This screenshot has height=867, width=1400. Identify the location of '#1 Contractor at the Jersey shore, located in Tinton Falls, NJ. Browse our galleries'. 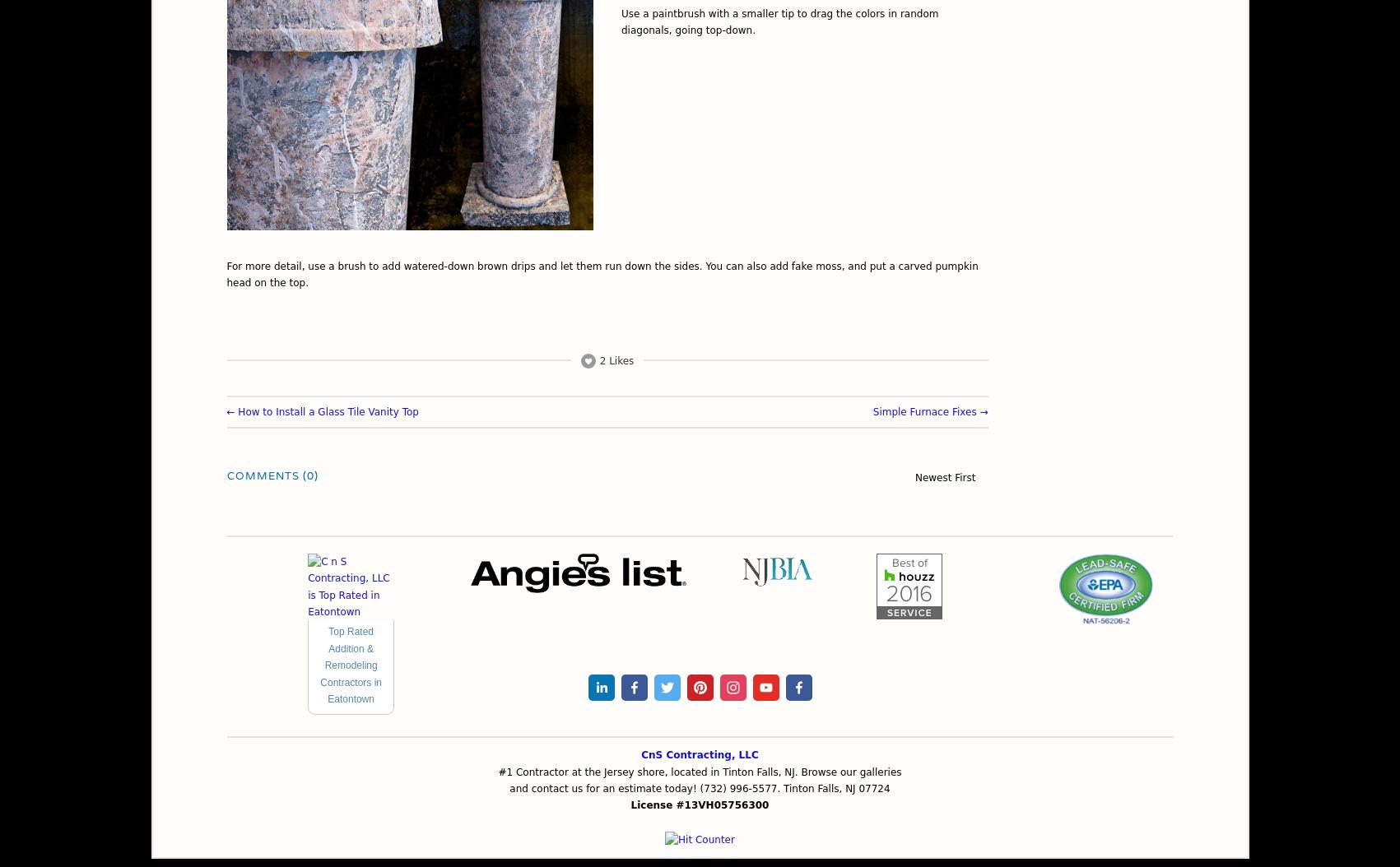
(498, 770).